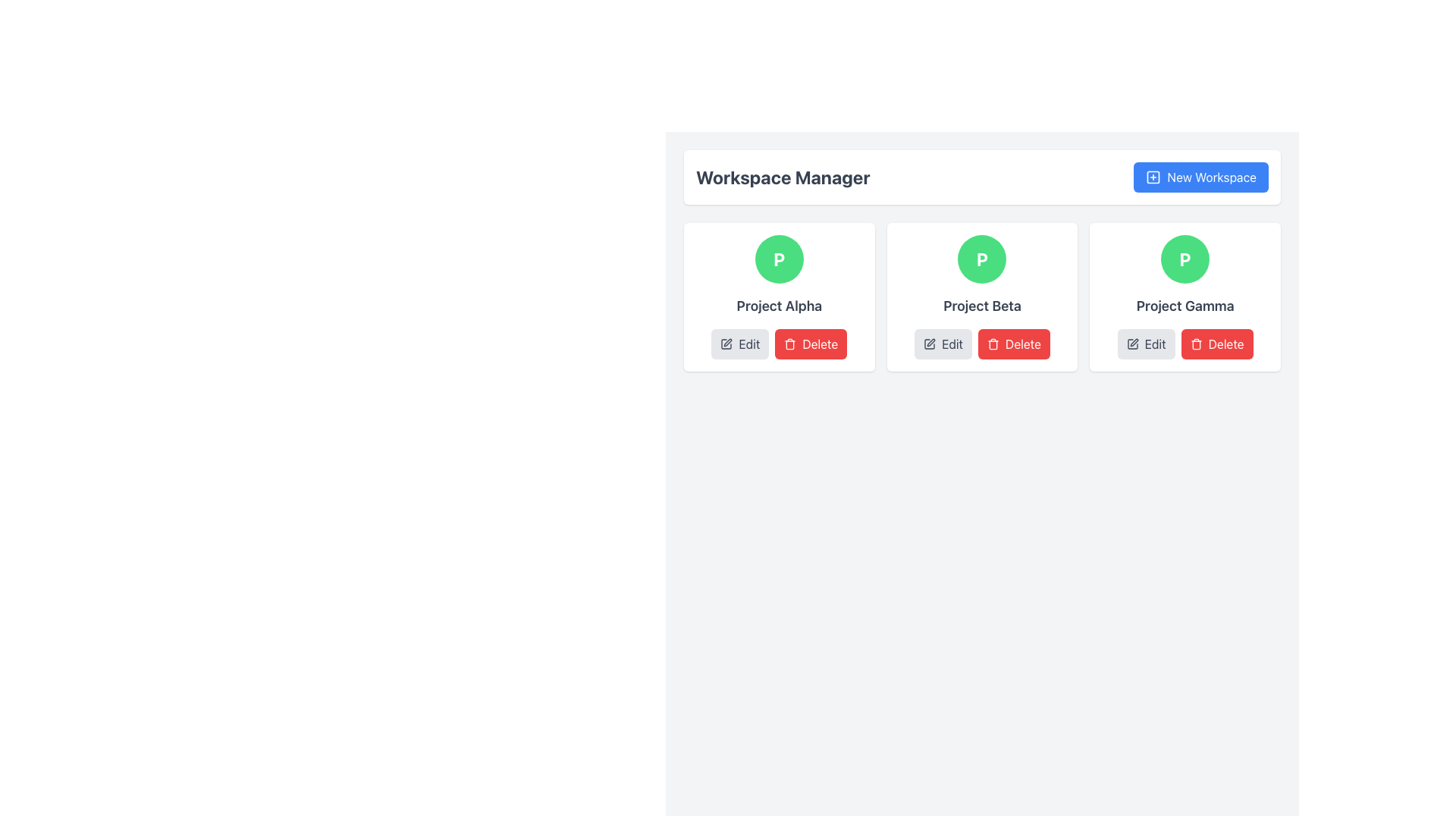 Image resolution: width=1456 pixels, height=819 pixels. Describe the element at coordinates (982, 297) in the screenshot. I see `the project icon on the Card UI Component representing 'Project Beta', which is the second card in a row of three cards` at that location.